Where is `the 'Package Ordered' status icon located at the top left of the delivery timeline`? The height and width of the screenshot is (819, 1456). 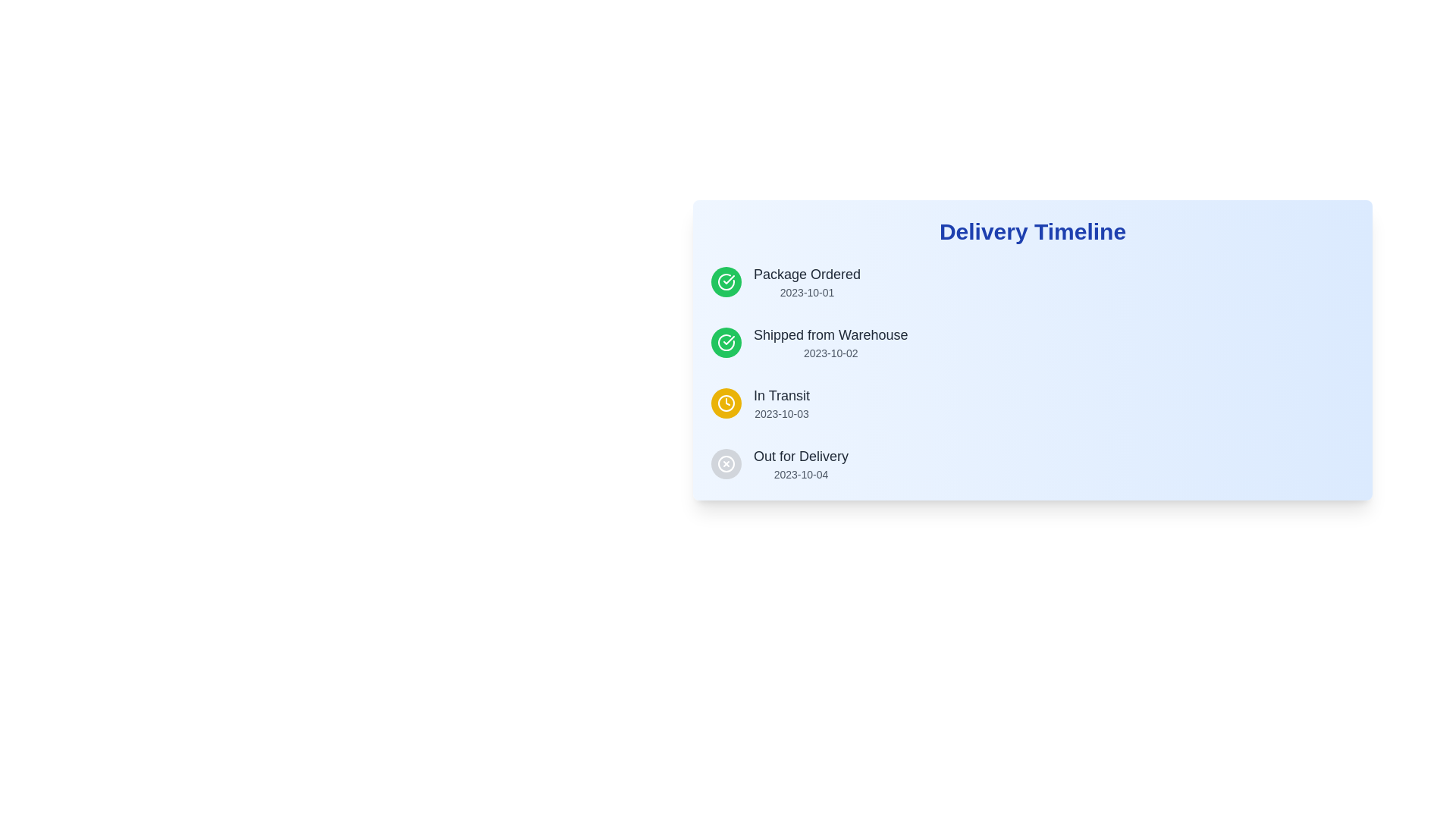 the 'Package Ordered' status icon located at the top left of the delivery timeline is located at coordinates (726, 281).